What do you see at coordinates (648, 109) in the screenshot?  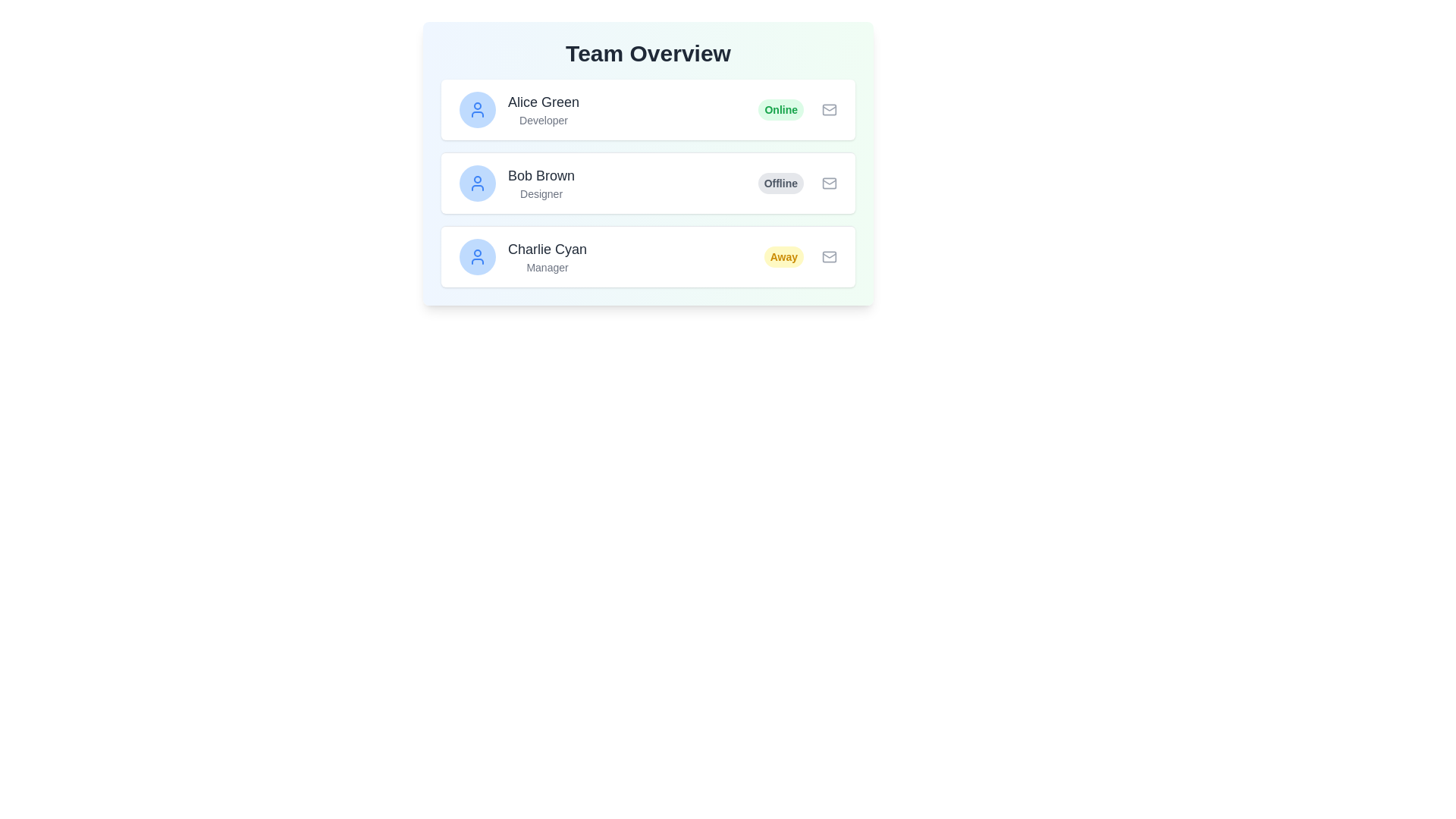 I see `the status indicator of the first List item card displaying user information, located at the top of the vertical list` at bounding box center [648, 109].